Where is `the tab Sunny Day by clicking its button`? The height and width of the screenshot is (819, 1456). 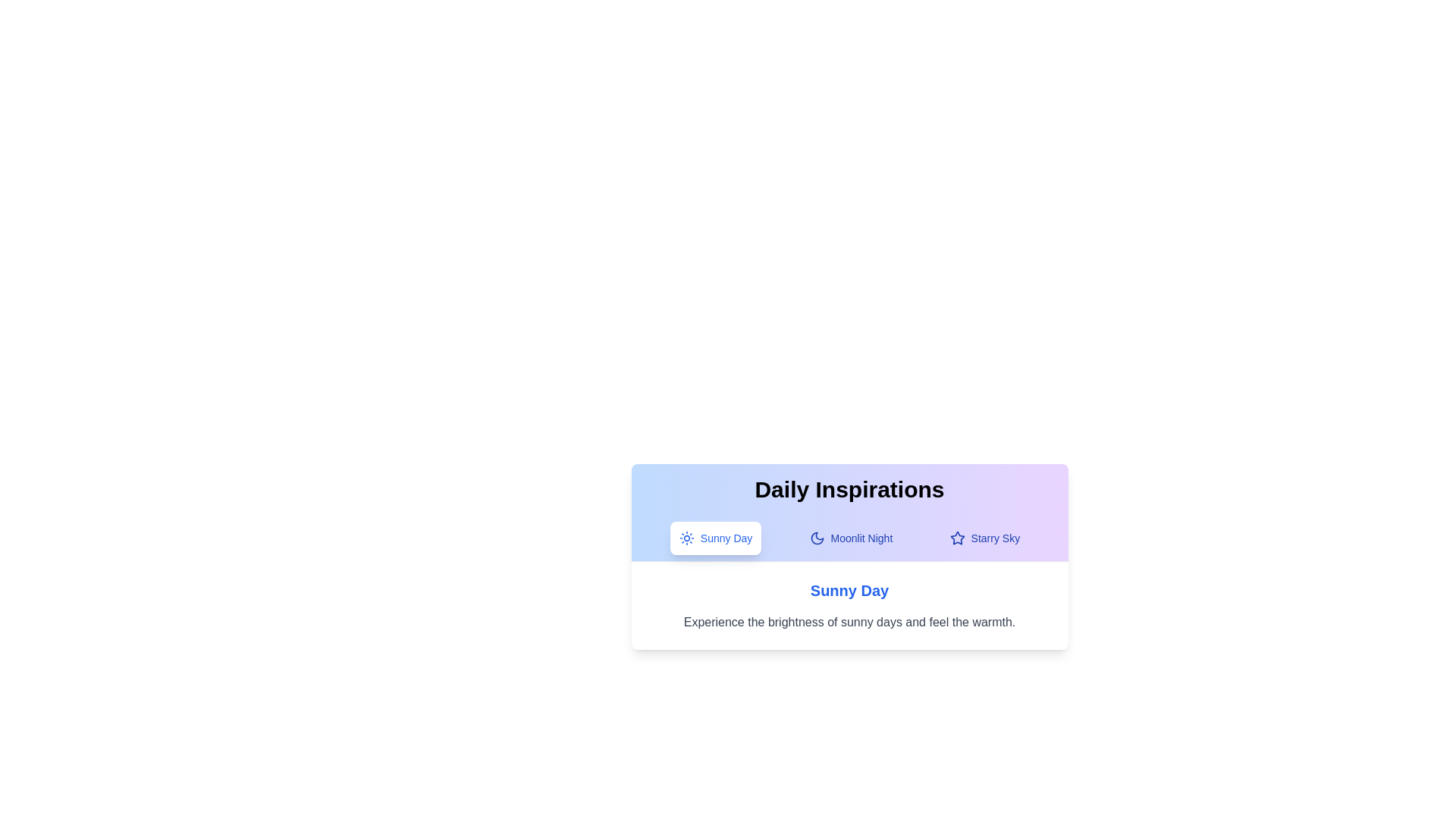
the tab Sunny Day by clicking its button is located at coordinates (715, 537).